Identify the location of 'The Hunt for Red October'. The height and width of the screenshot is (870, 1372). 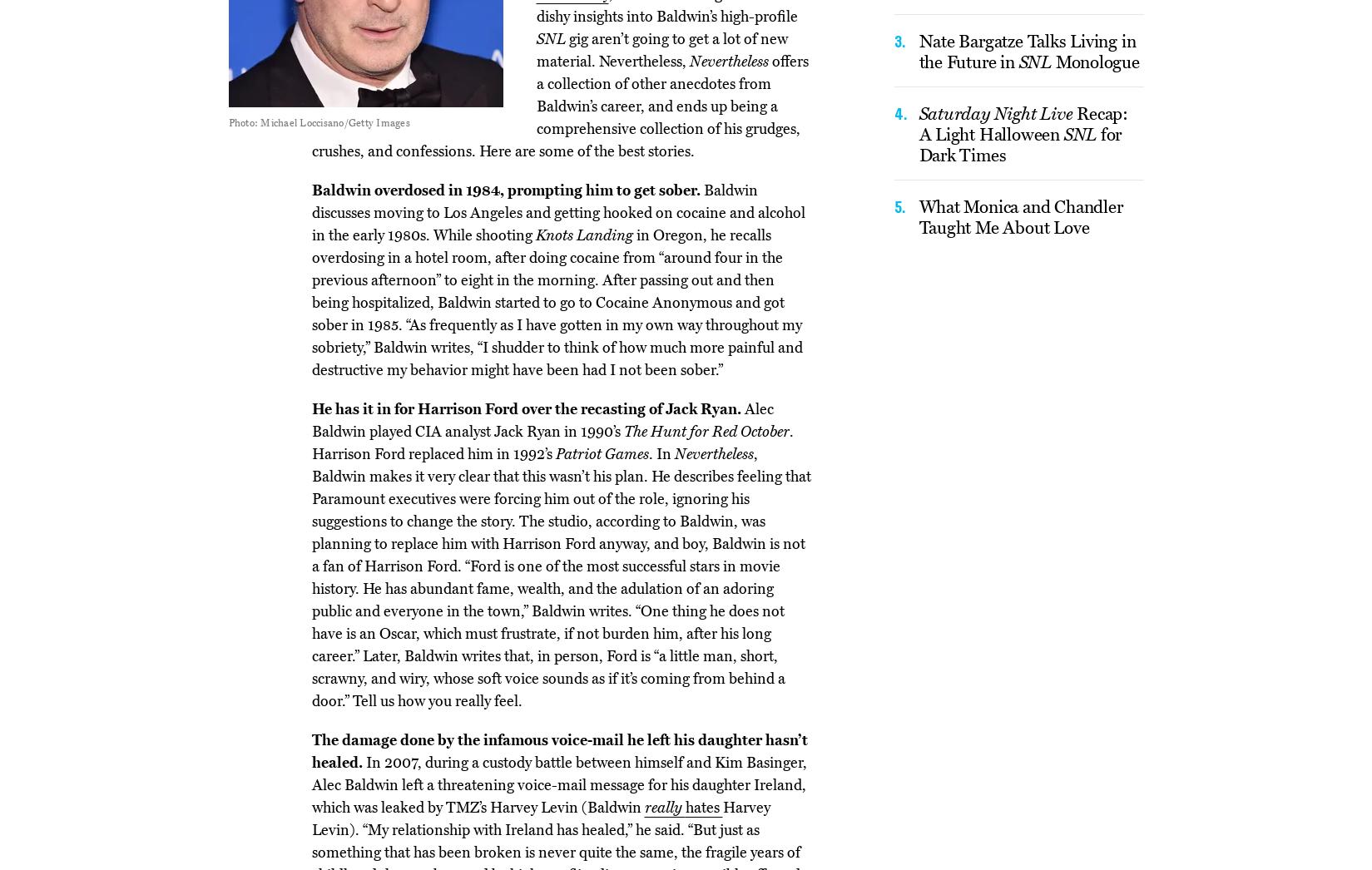
(705, 430).